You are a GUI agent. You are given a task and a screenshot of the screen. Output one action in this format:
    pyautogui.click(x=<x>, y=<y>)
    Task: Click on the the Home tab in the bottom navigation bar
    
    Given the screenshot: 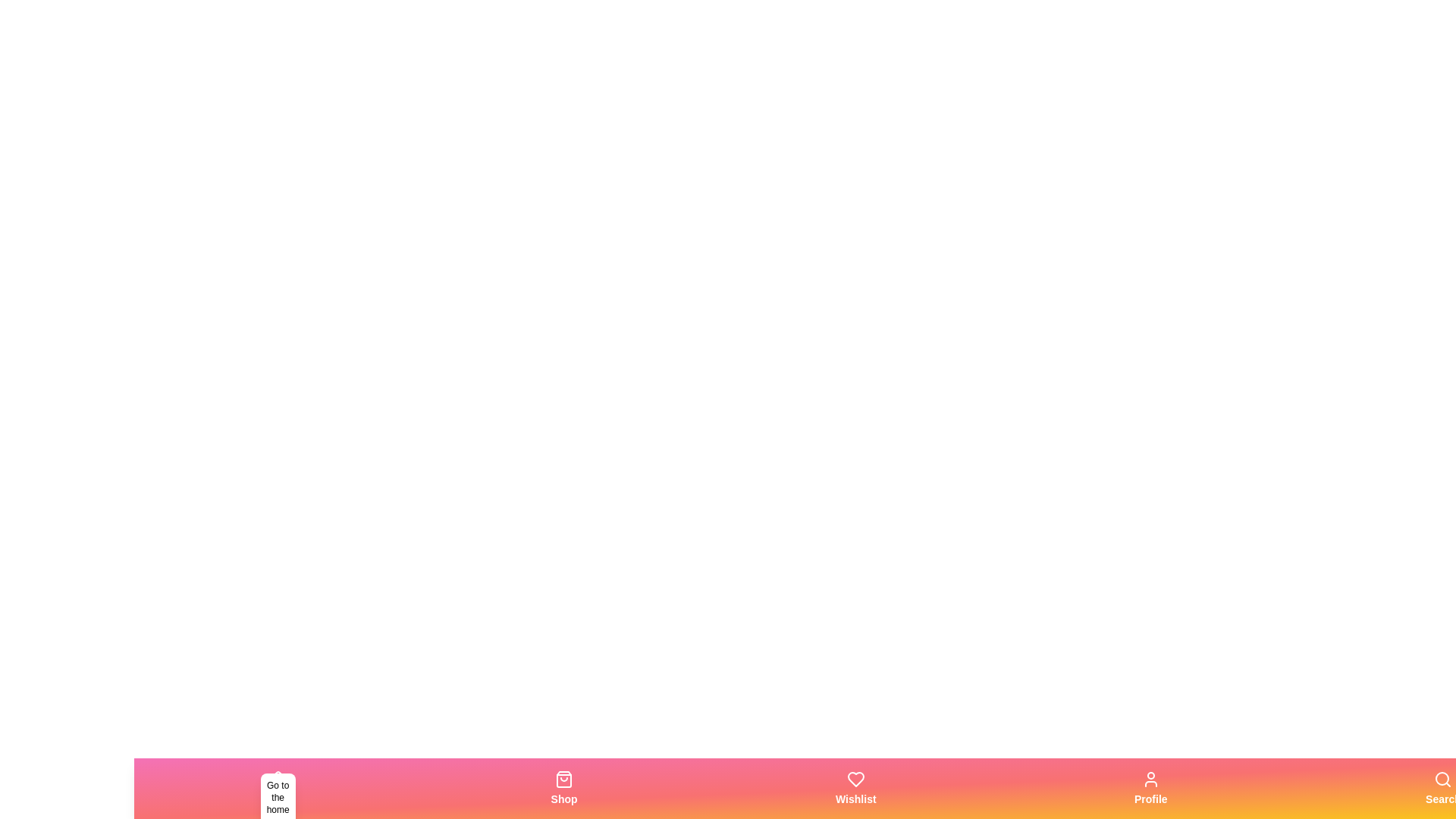 What is the action you would take?
    pyautogui.click(x=277, y=788)
    